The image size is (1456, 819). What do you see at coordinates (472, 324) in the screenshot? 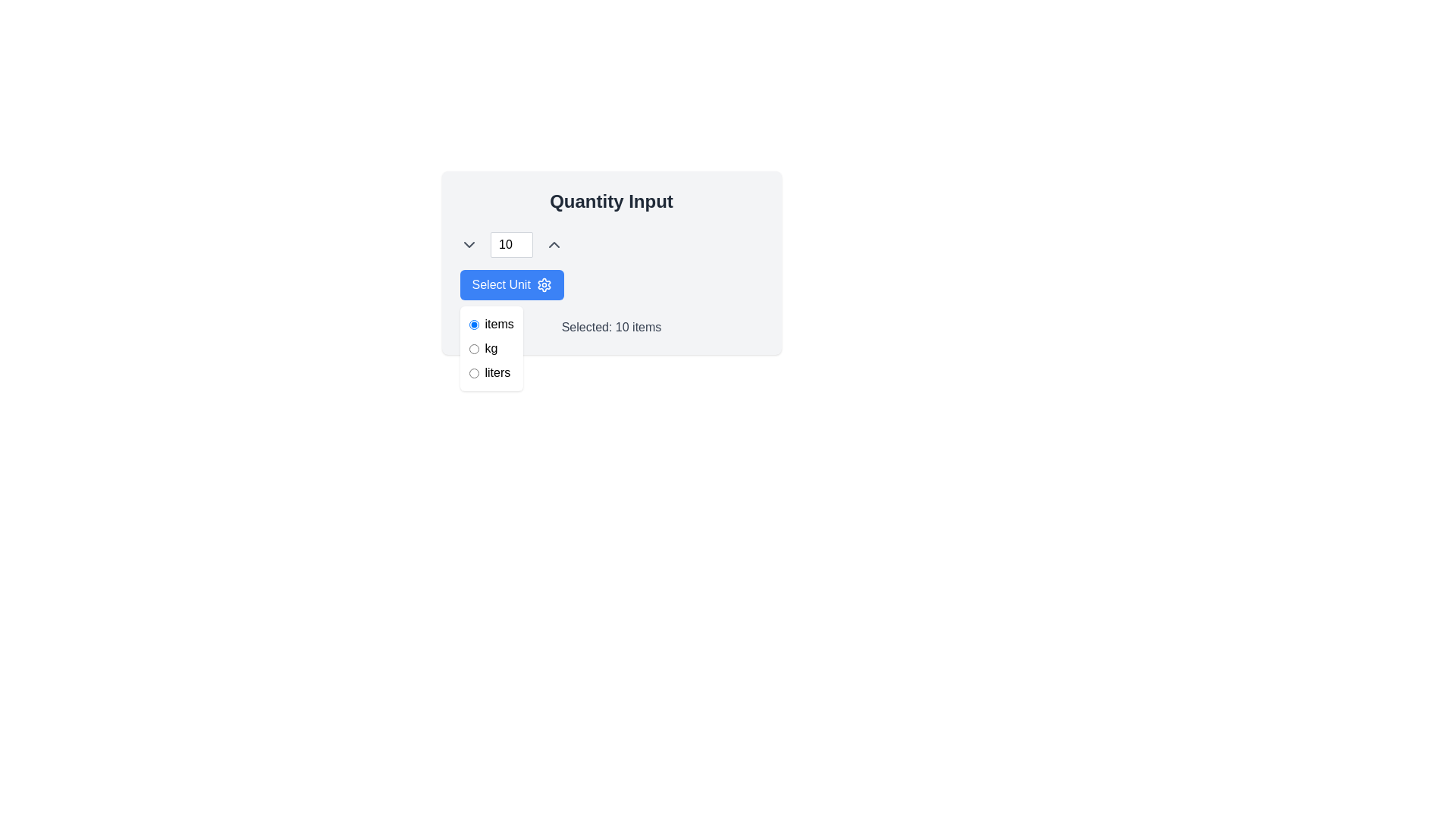
I see `the radio button located to the left of the 'items' label` at bounding box center [472, 324].